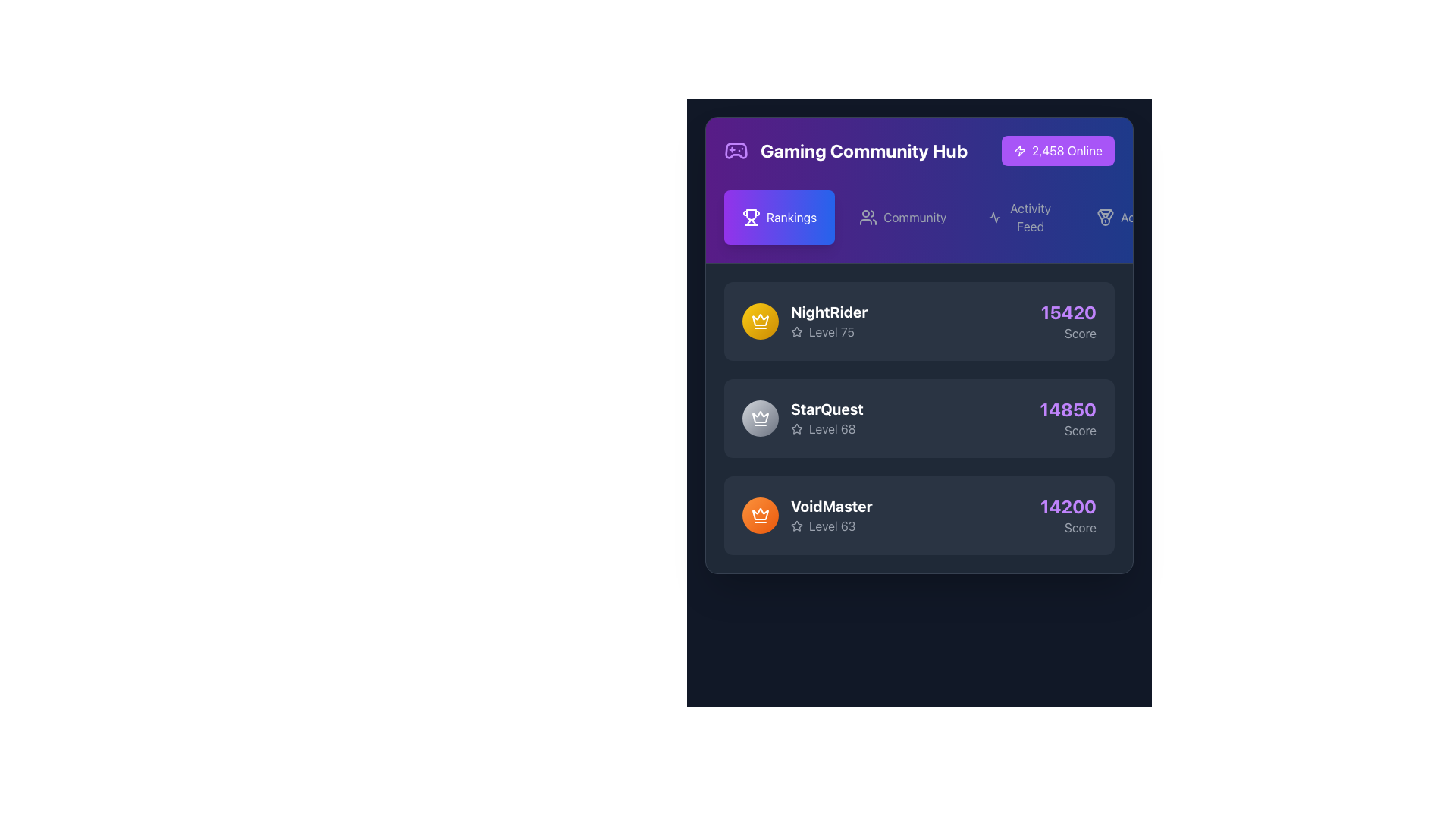 This screenshot has height=819, width=1456. What do you see at coordinates (1068, 332) in the screenshot?
I see `the text label displaying 'Score' in gray, located below the purple score value '15420' on the leaderboard panel` at bounding box center [1068, 332].